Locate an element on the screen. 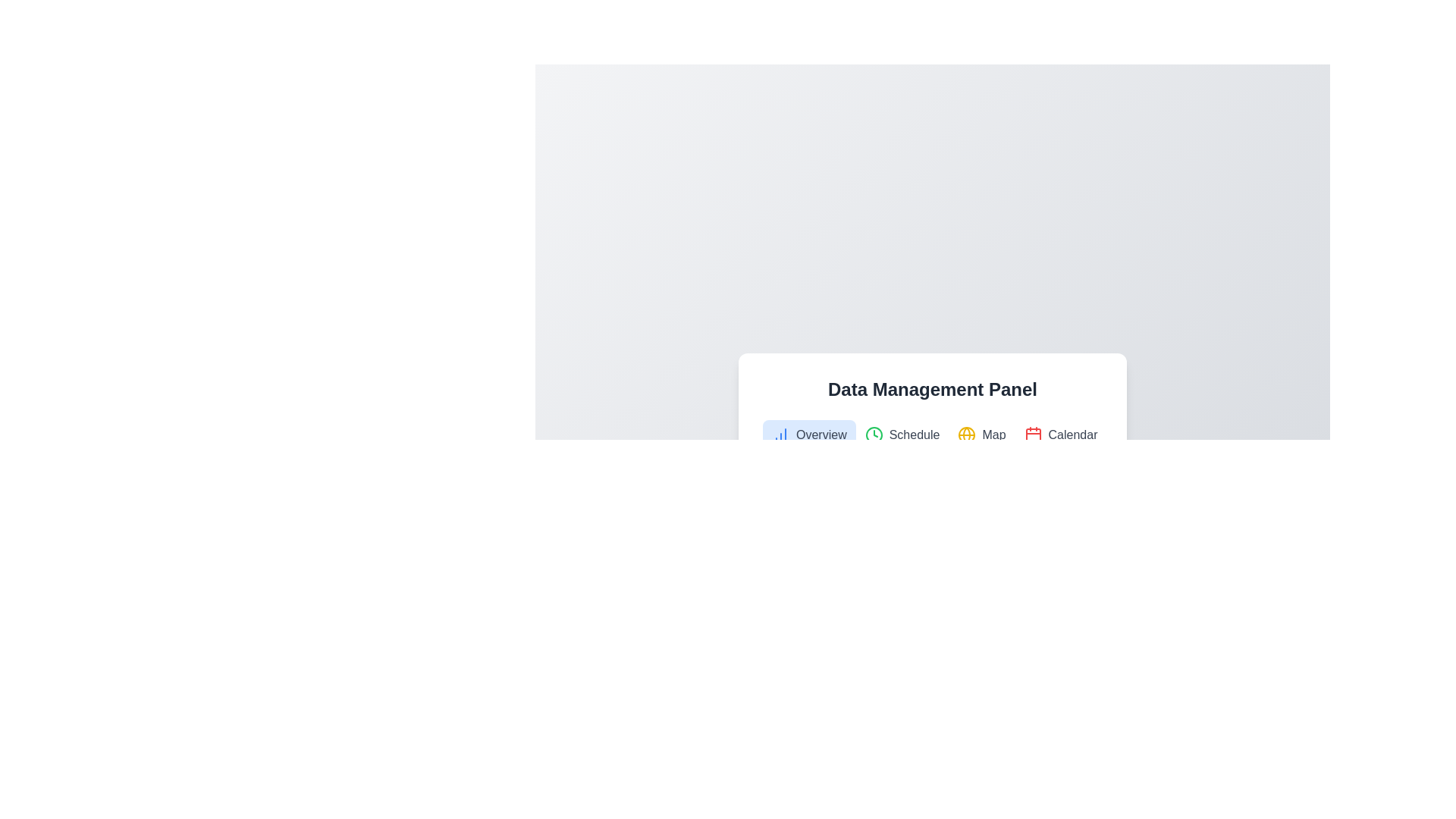 The width and height of the screenshot is (1456, 819). the vibrant yellow globe icon located in the horizontal menu bar below the 'Data Management Panel' title, positioned to the left of the 'Map' text is located at coordinates (966, 435).